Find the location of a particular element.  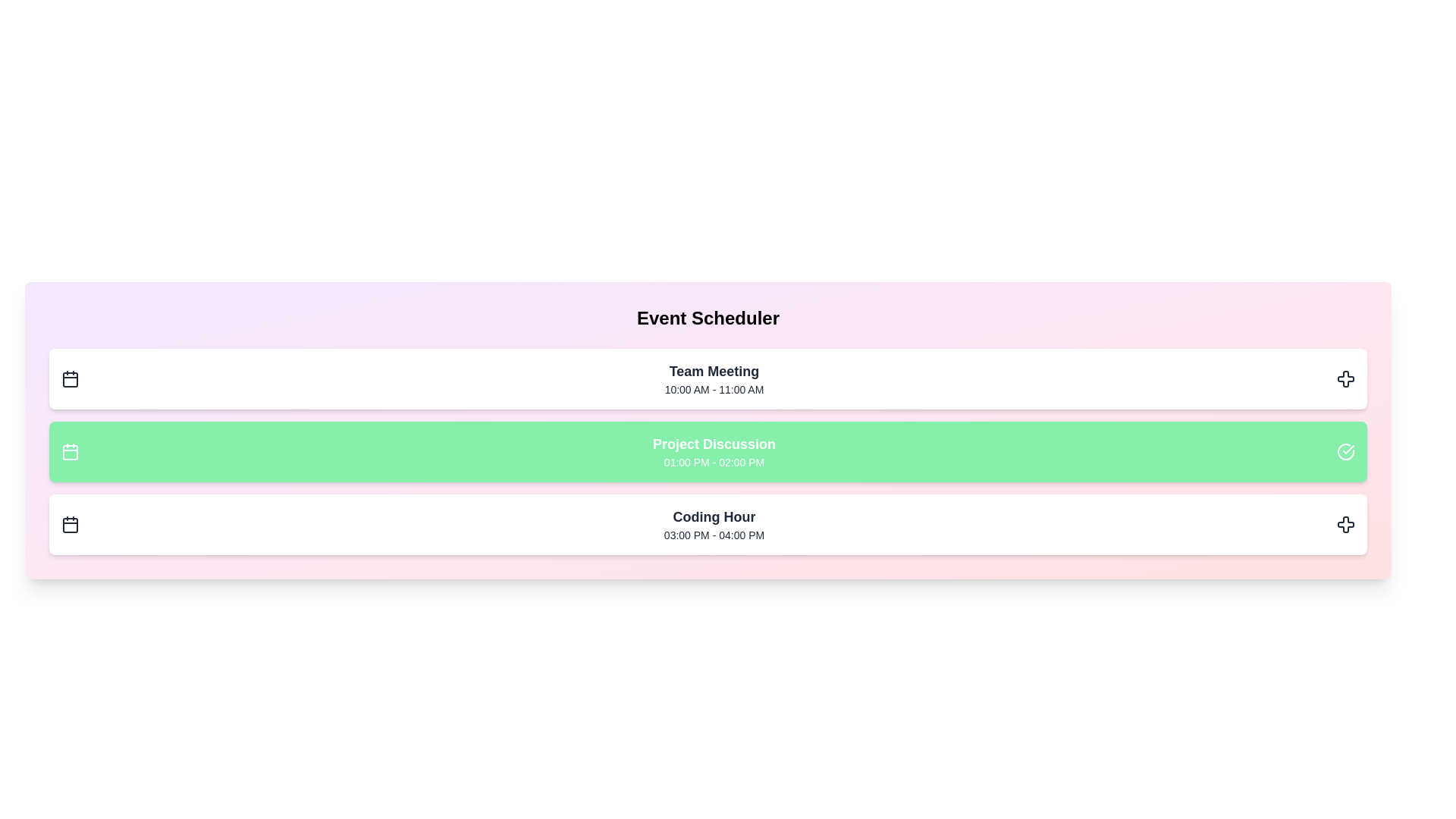

the event titled 'Team Meeting' to observe the hover effect is located at coordinates (708, 378).